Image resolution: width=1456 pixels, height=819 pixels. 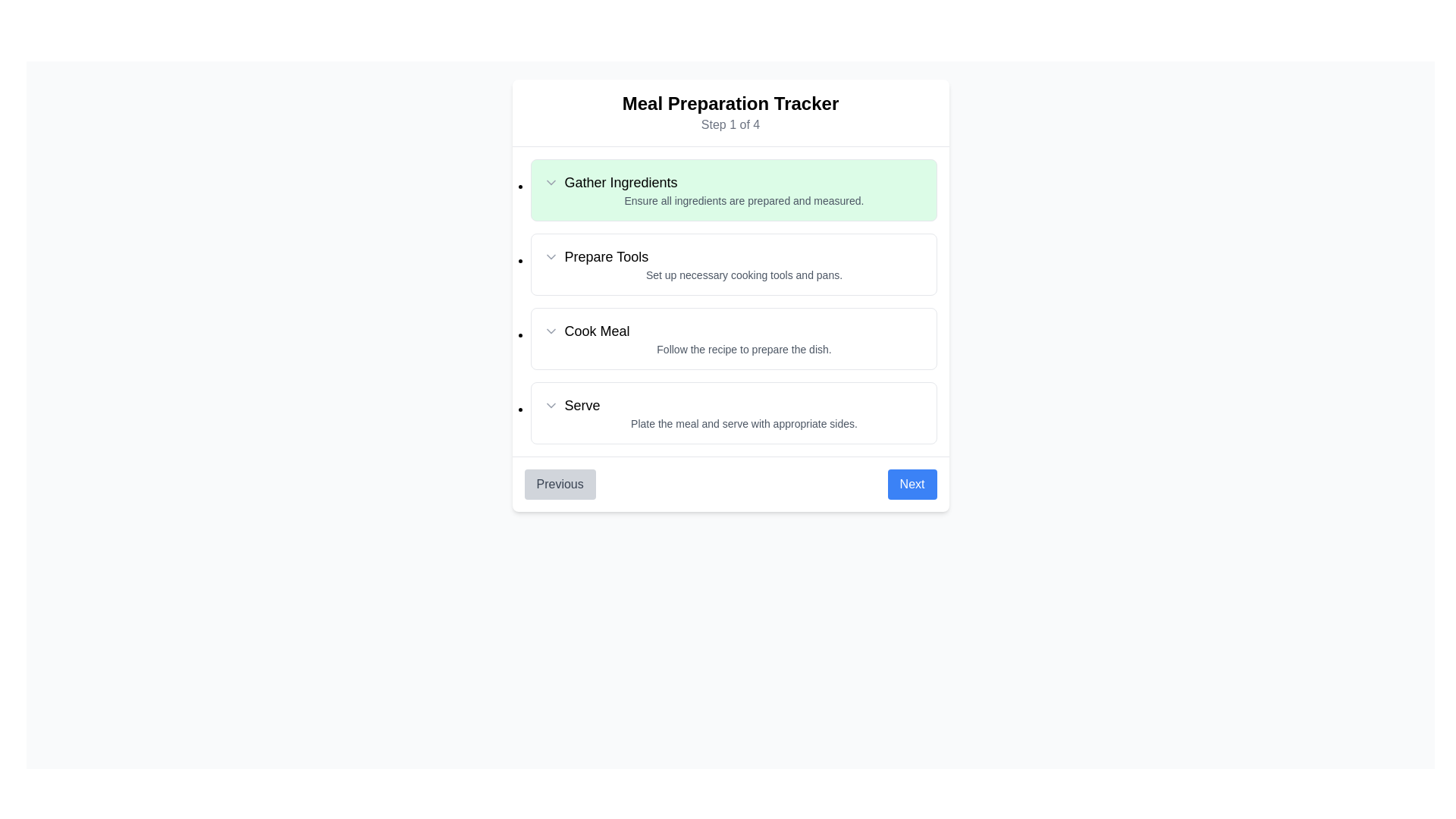 What do you see at coordinates (550, 330) in the screenshot?
I see `the downward-pointing chevron icon located to the left of the 'Cook Meal' text` at bounding box center [550, 330].